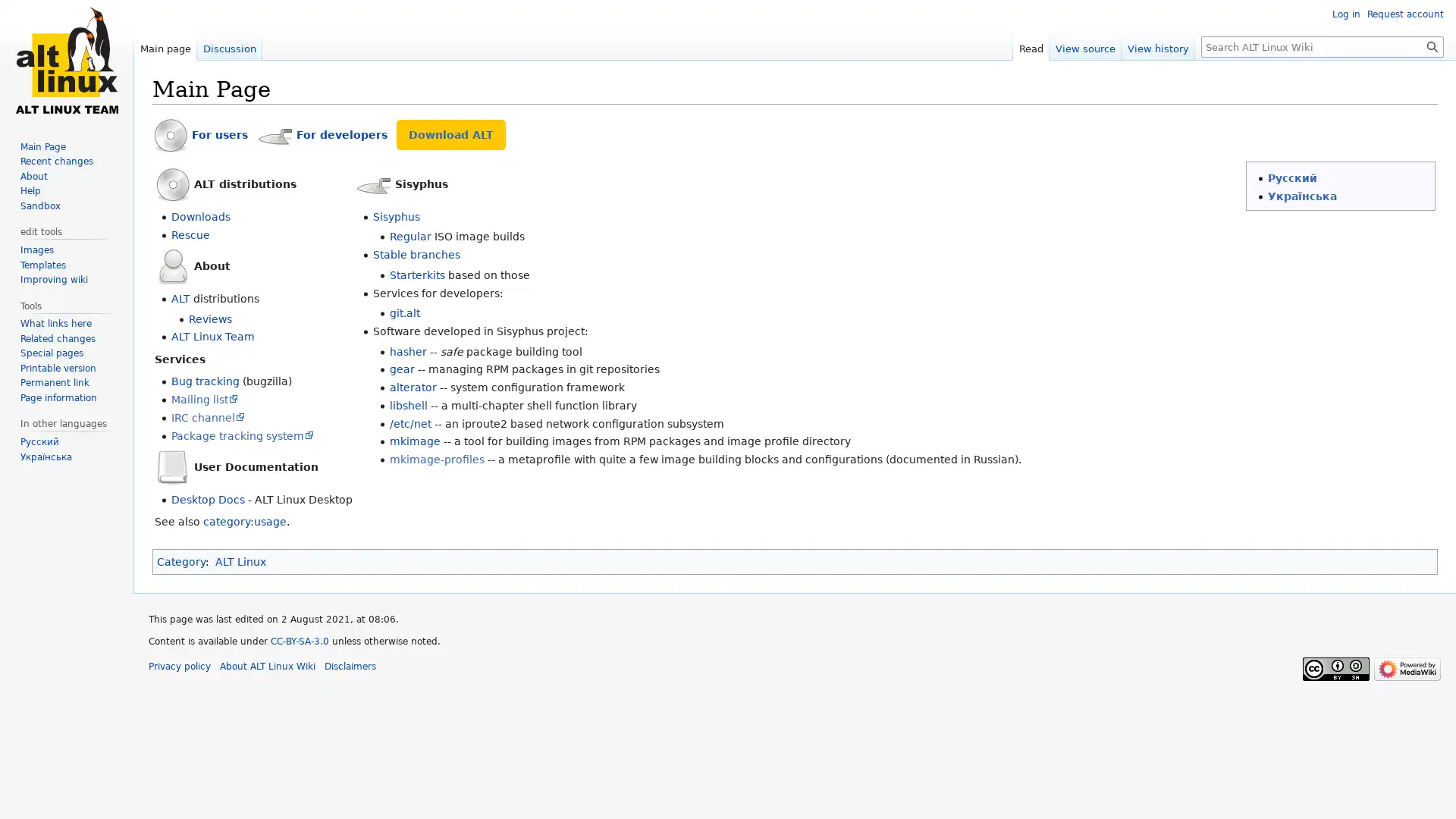 The image size is (1456, 819). What do you see at coordinates (1432, 45) in the screenshot?
I see `Go` at bounding box center [1432, 45].